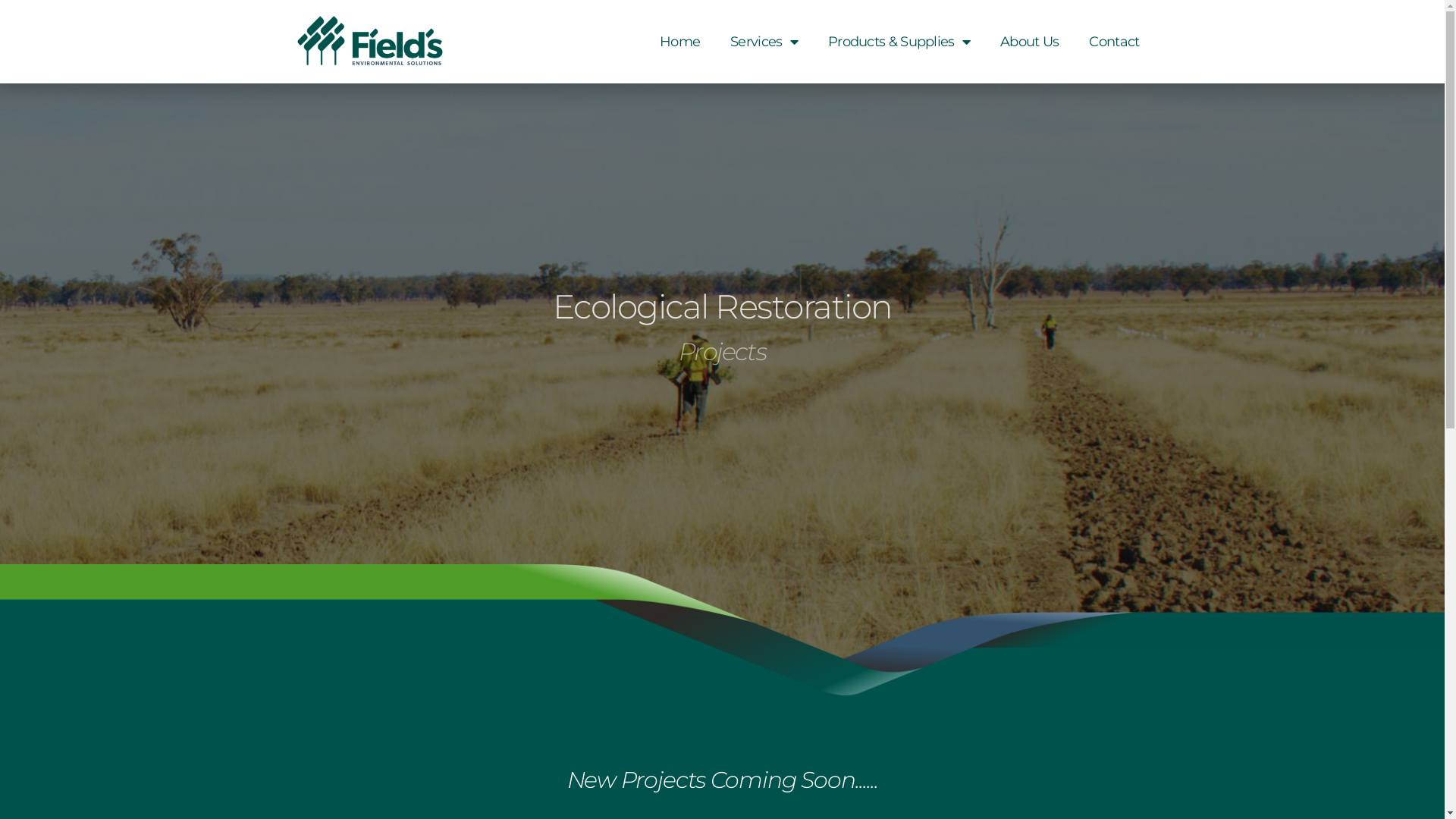 The height and width of the screenshot is (819, 1456). What do you see at coordinates (1113, 40) in the screenshot?
I see `'Contact'` at bounding box center [1113, 40].